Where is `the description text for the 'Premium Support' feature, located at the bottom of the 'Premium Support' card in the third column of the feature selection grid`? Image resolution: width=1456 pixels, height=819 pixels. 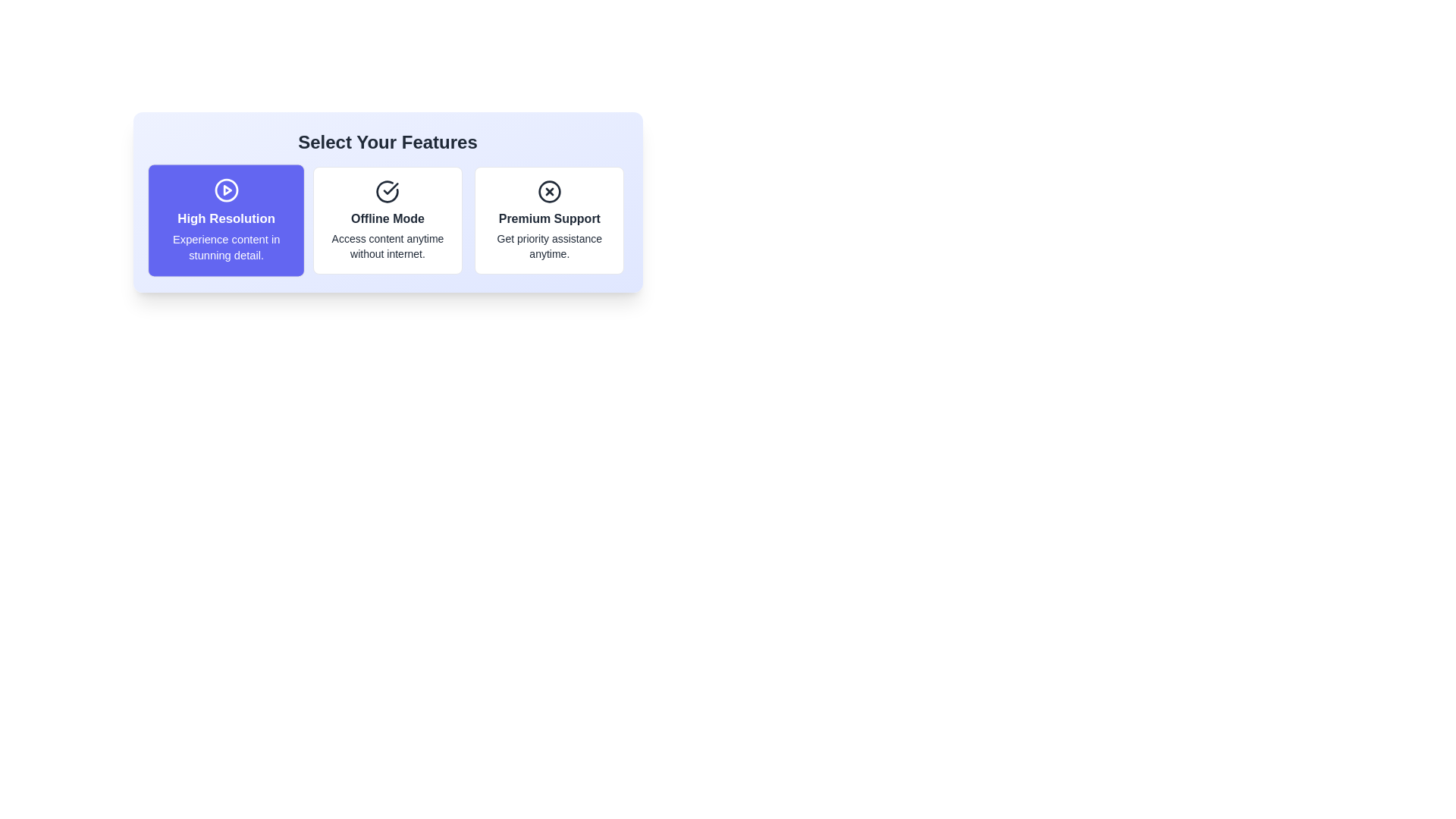 the description text for the 'Premium Support' feature, located at the bottom of the 'Premium Support' card in the third column of the feature selection grid is located at coordinates (548, 245).